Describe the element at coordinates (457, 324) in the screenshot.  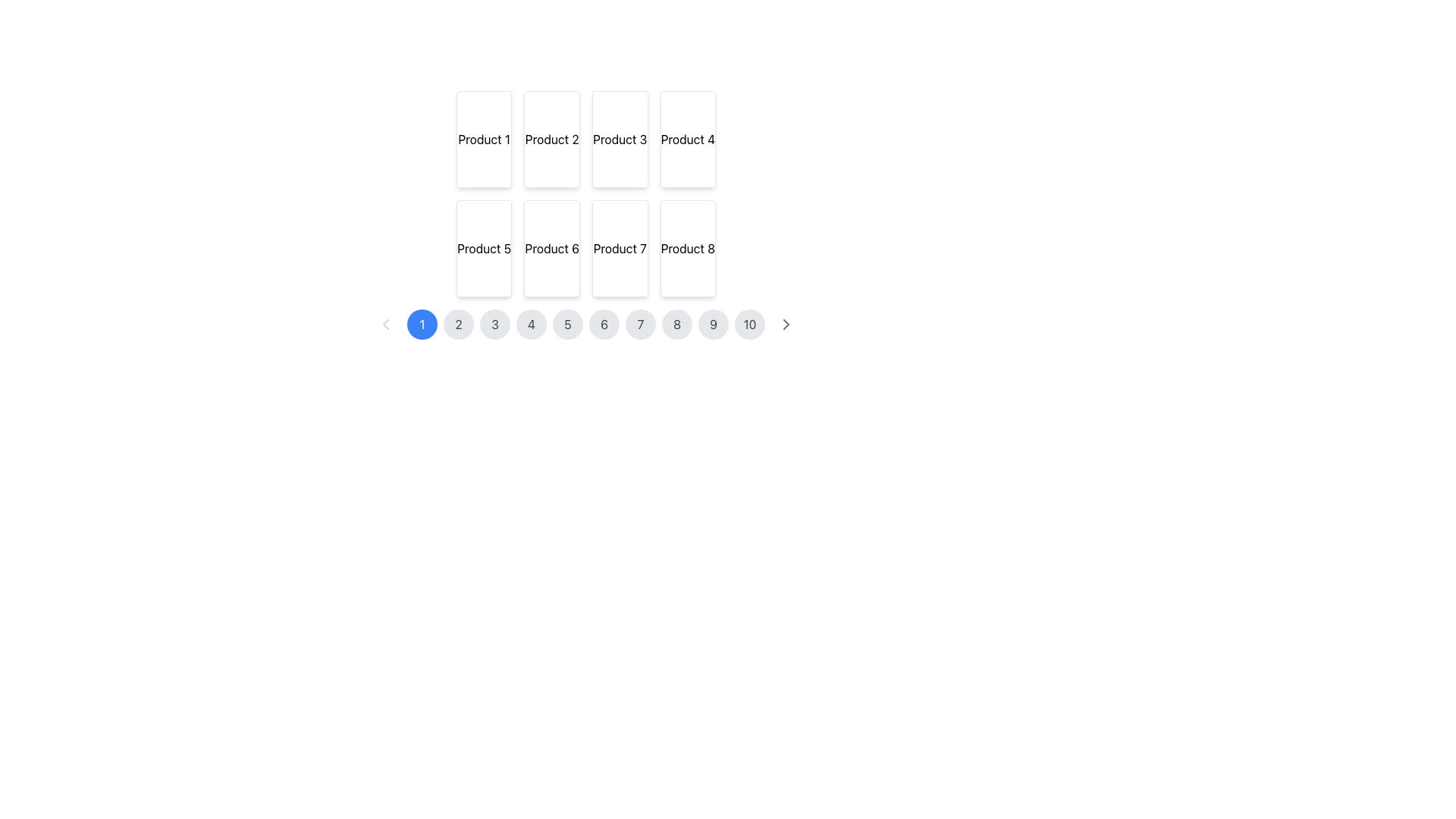
I see `the second pagination button located at the bottom of the interface` at that location.